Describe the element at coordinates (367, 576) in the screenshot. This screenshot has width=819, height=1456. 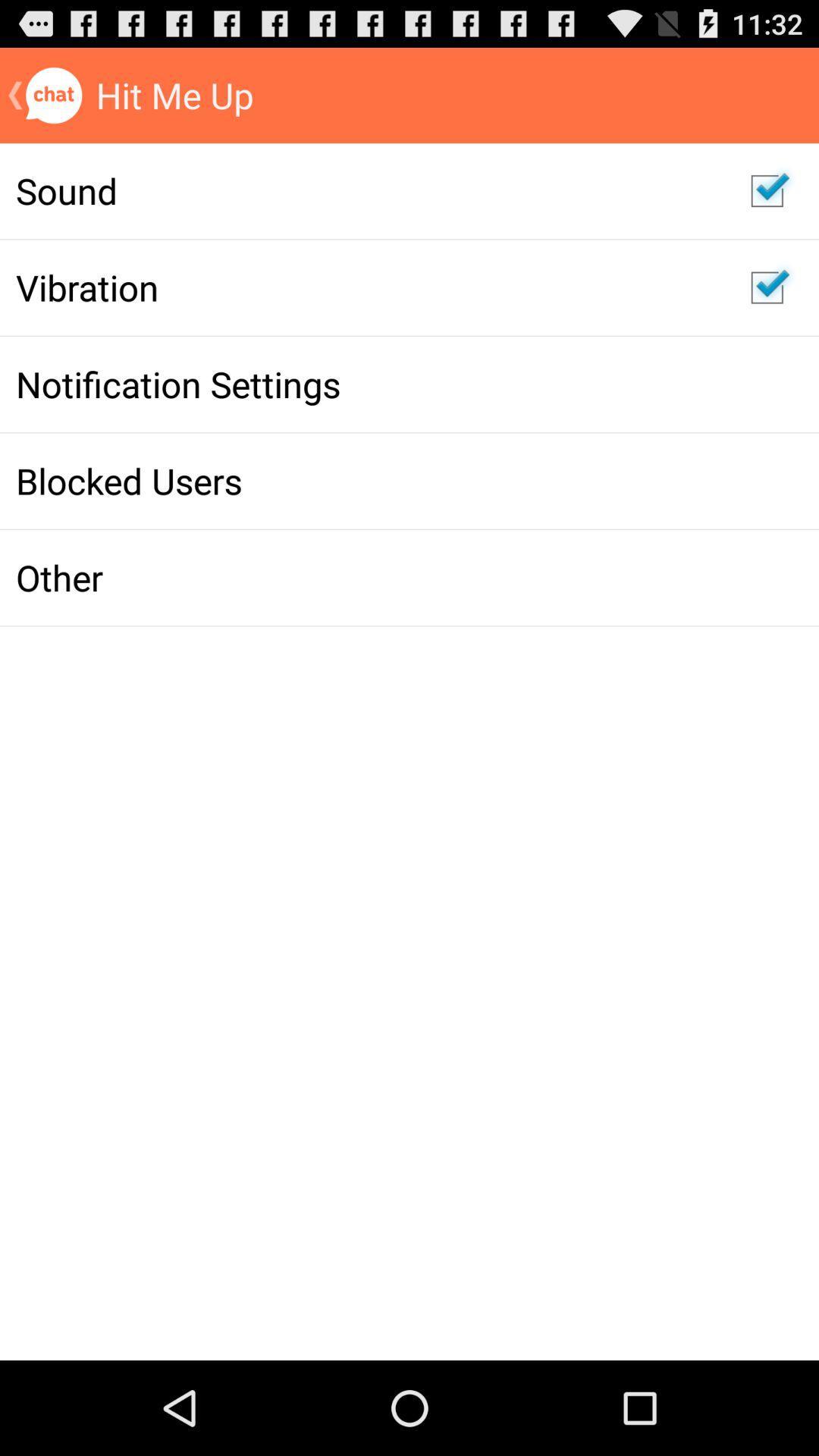
I see `the other app` at that location.